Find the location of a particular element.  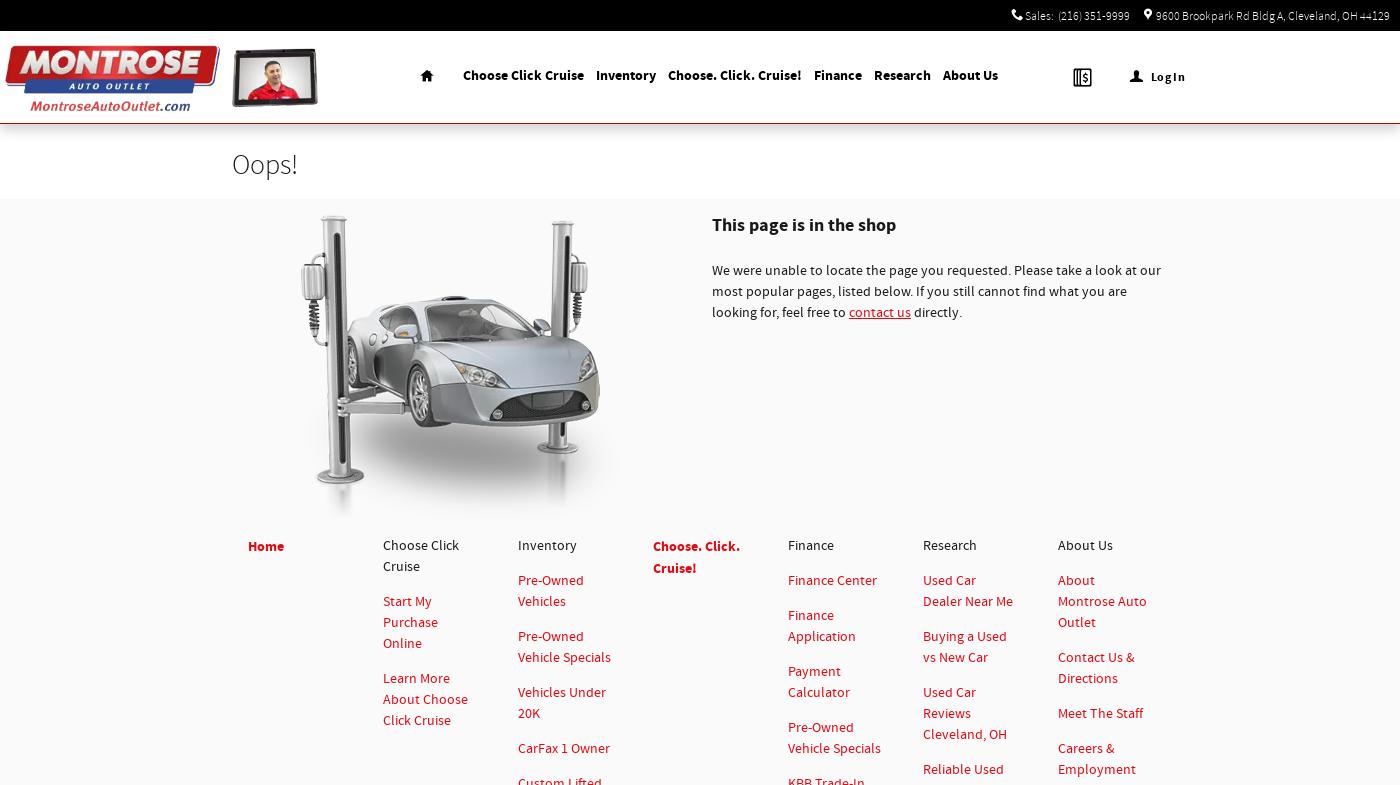

'Start My Purchase Online' is located at coordinates (383, 622).